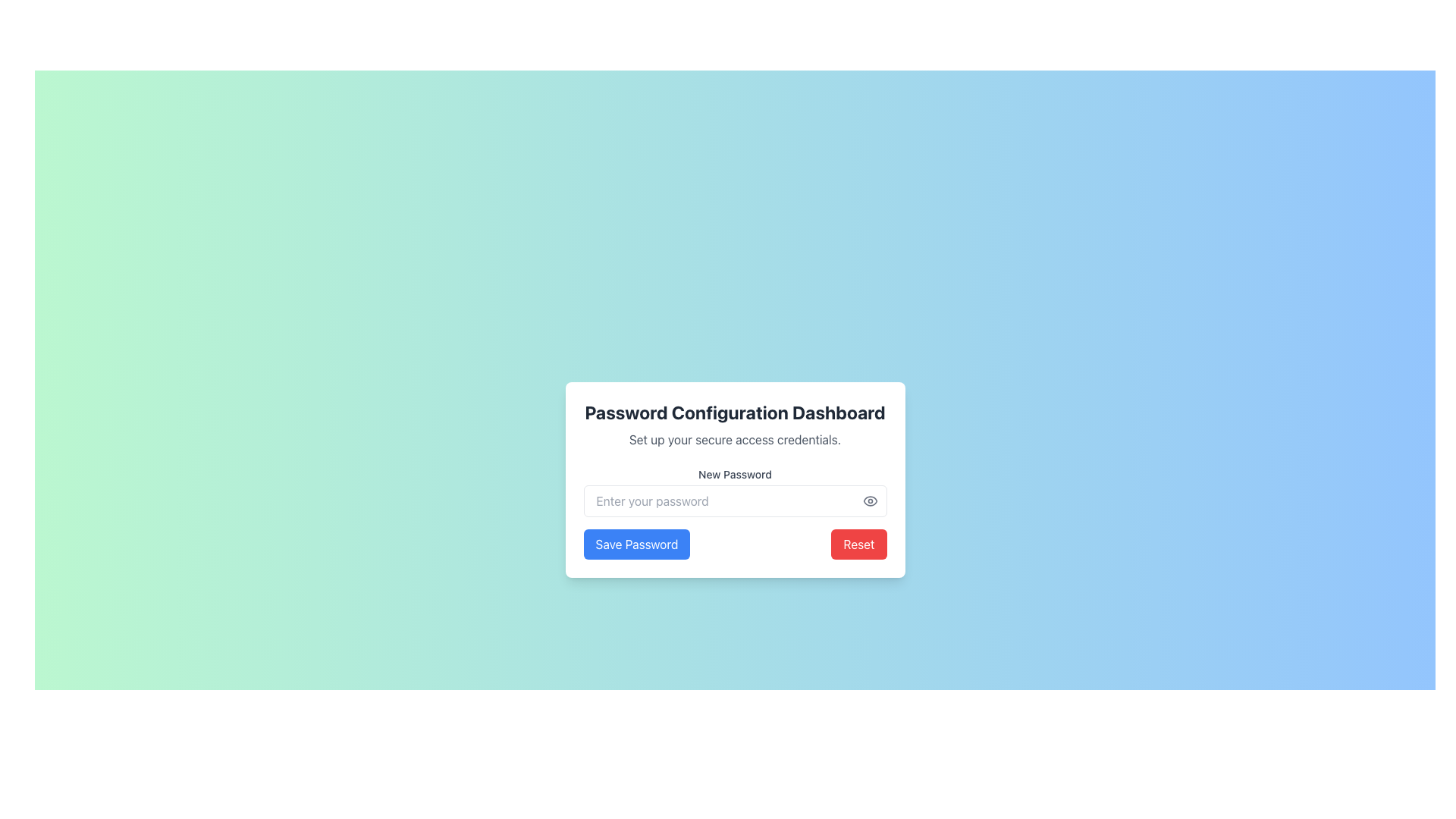 This screenshot has width=1456, height=819. I want to click on the visibility toggle icon located on the right-most side of the password input field, so click(870, 500).